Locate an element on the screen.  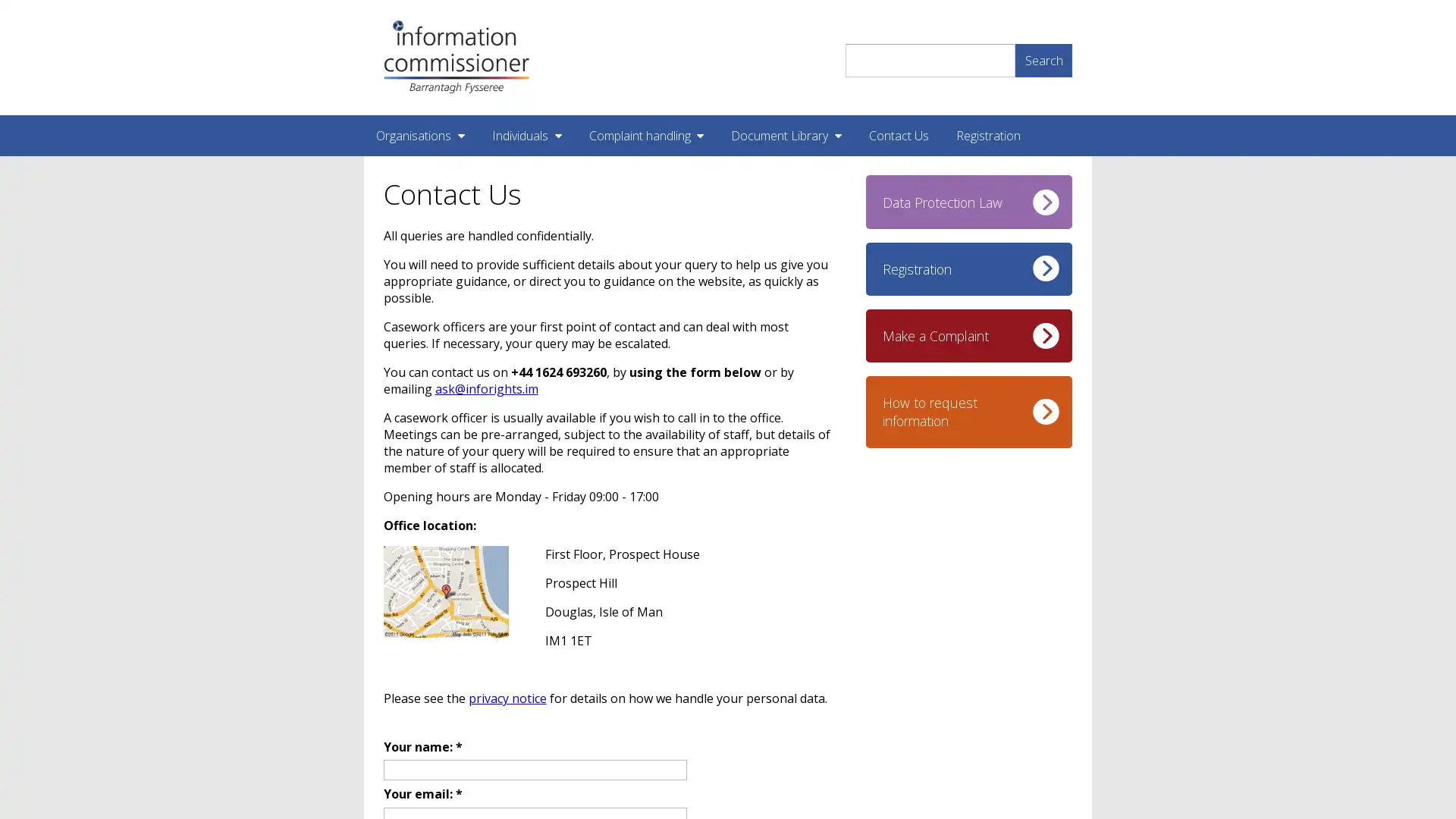
Search is located at coordinates (1043, 58).